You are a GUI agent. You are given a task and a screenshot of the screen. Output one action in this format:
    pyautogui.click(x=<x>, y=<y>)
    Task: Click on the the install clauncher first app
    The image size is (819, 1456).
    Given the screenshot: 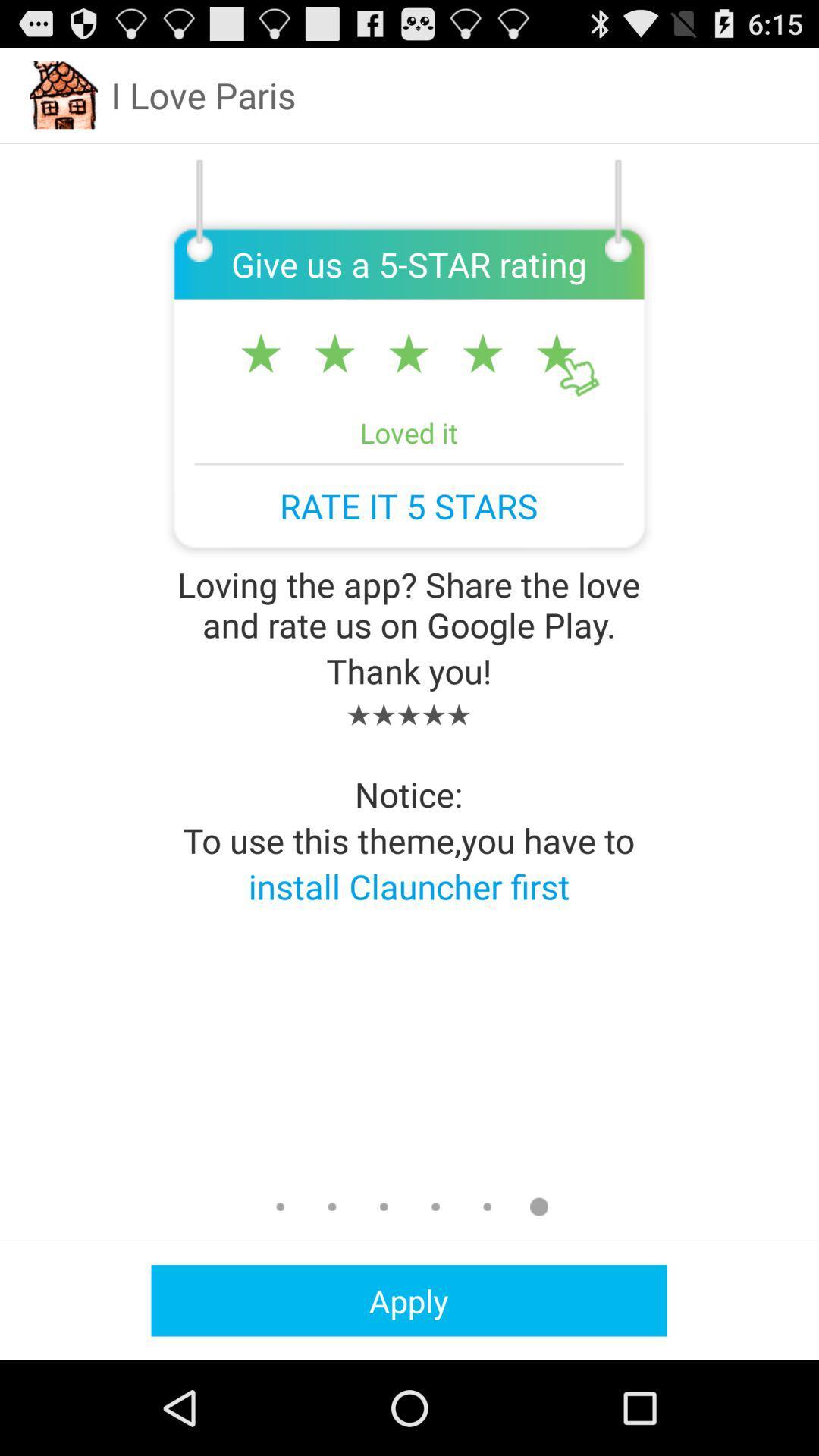 What is the action you would take?
    pyautogui.click(x=408, y=886)
    